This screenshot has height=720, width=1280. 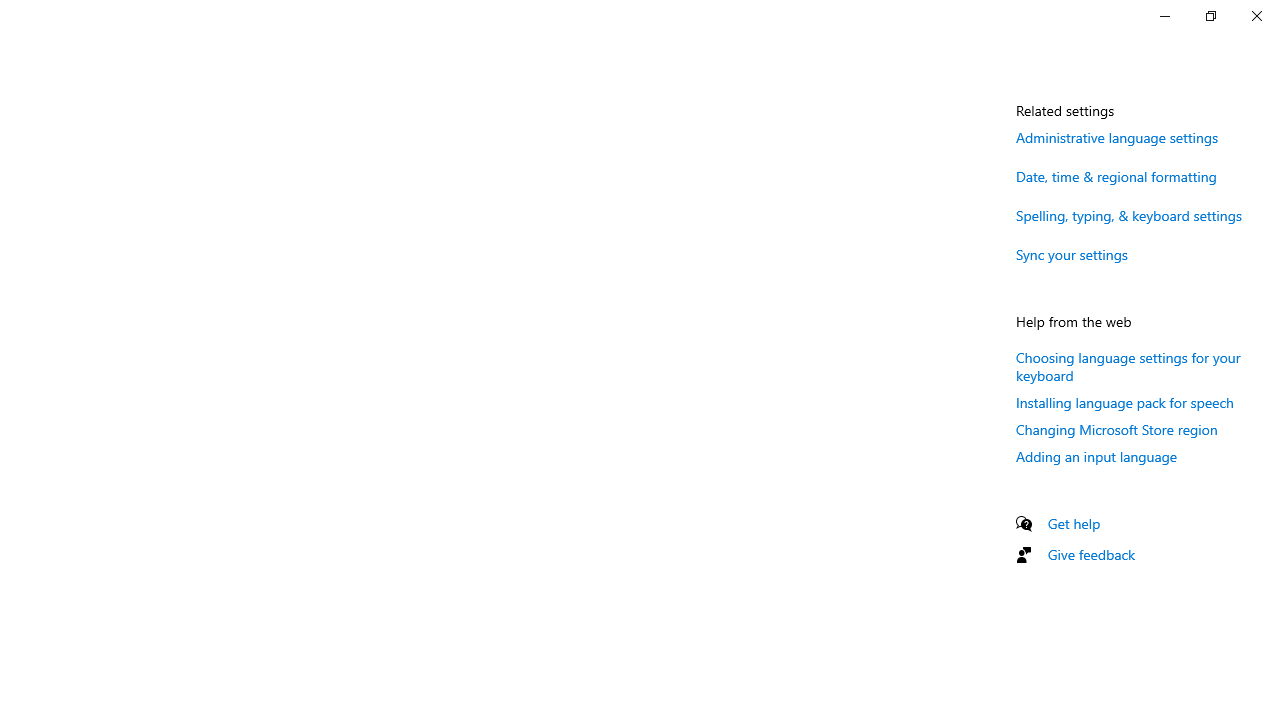 I want to click on 'Close Settings', so click(x=1255, y=15).